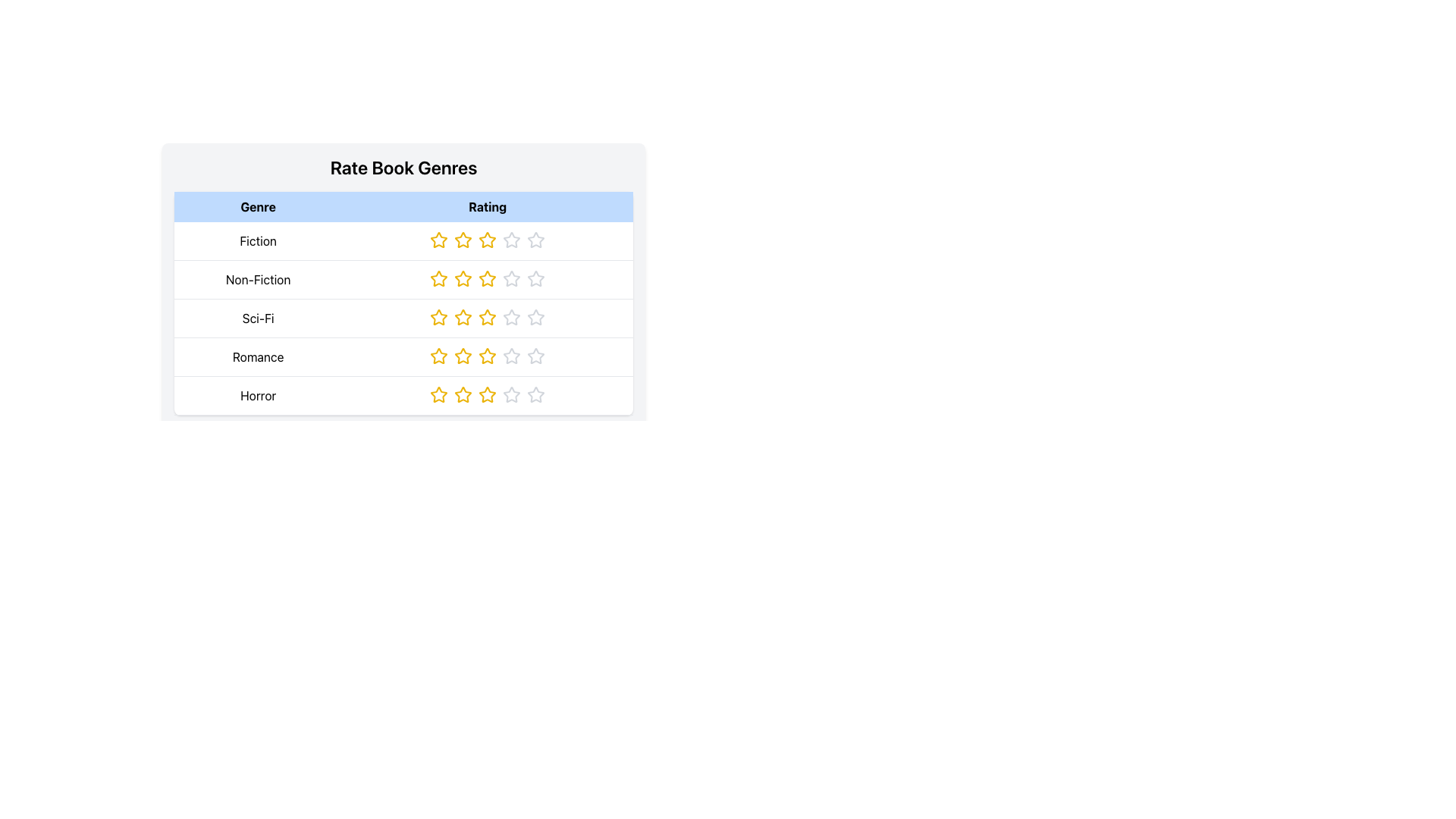  I want to click on the third star icon in the rating column for the 'Sci-Fi' genre, so click(463, 317).